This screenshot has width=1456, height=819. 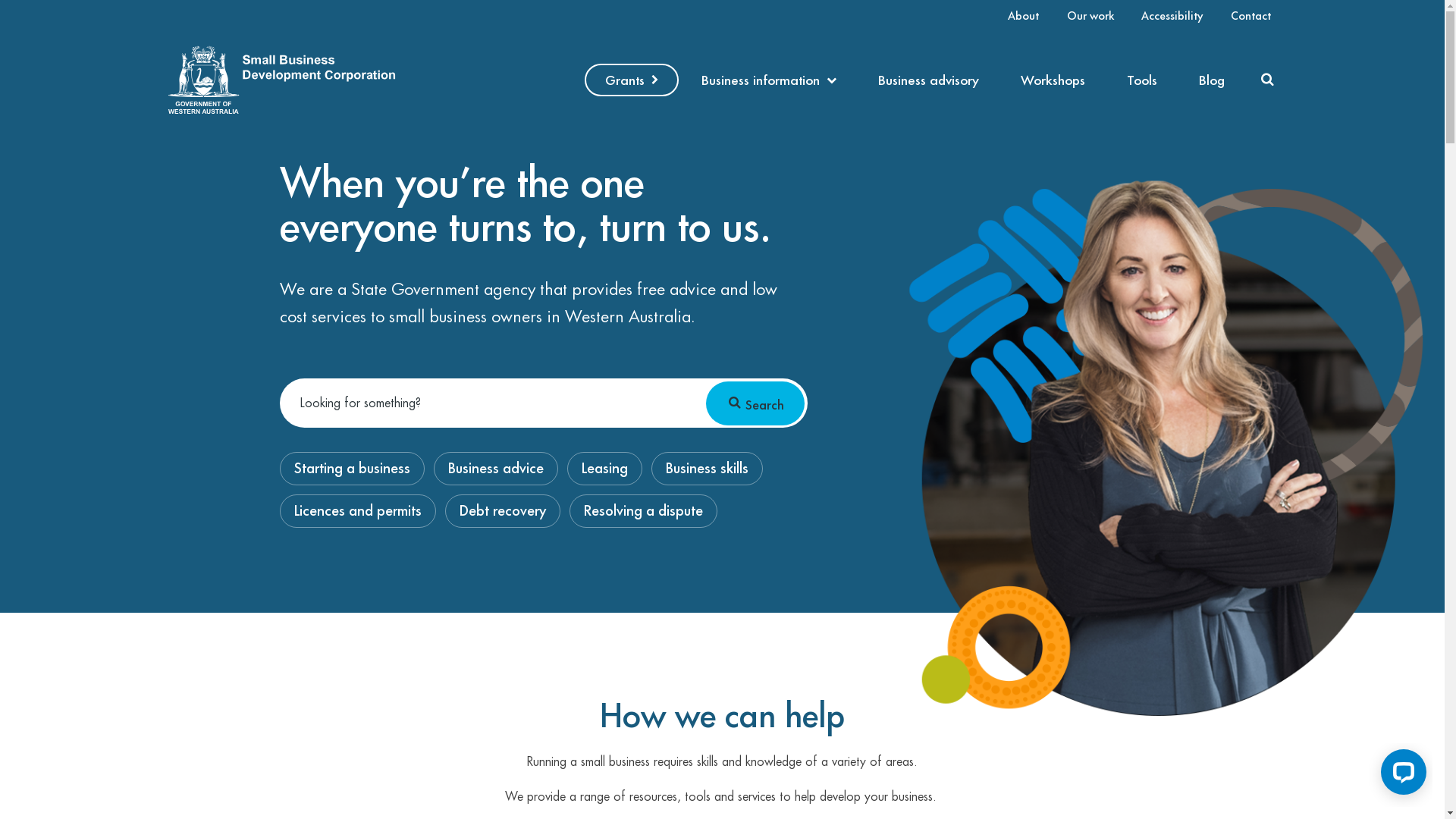 What do you see at coordinates (706, 467) in the screenshot?
I see `'Business skills'` at bounding box center [706, 467].